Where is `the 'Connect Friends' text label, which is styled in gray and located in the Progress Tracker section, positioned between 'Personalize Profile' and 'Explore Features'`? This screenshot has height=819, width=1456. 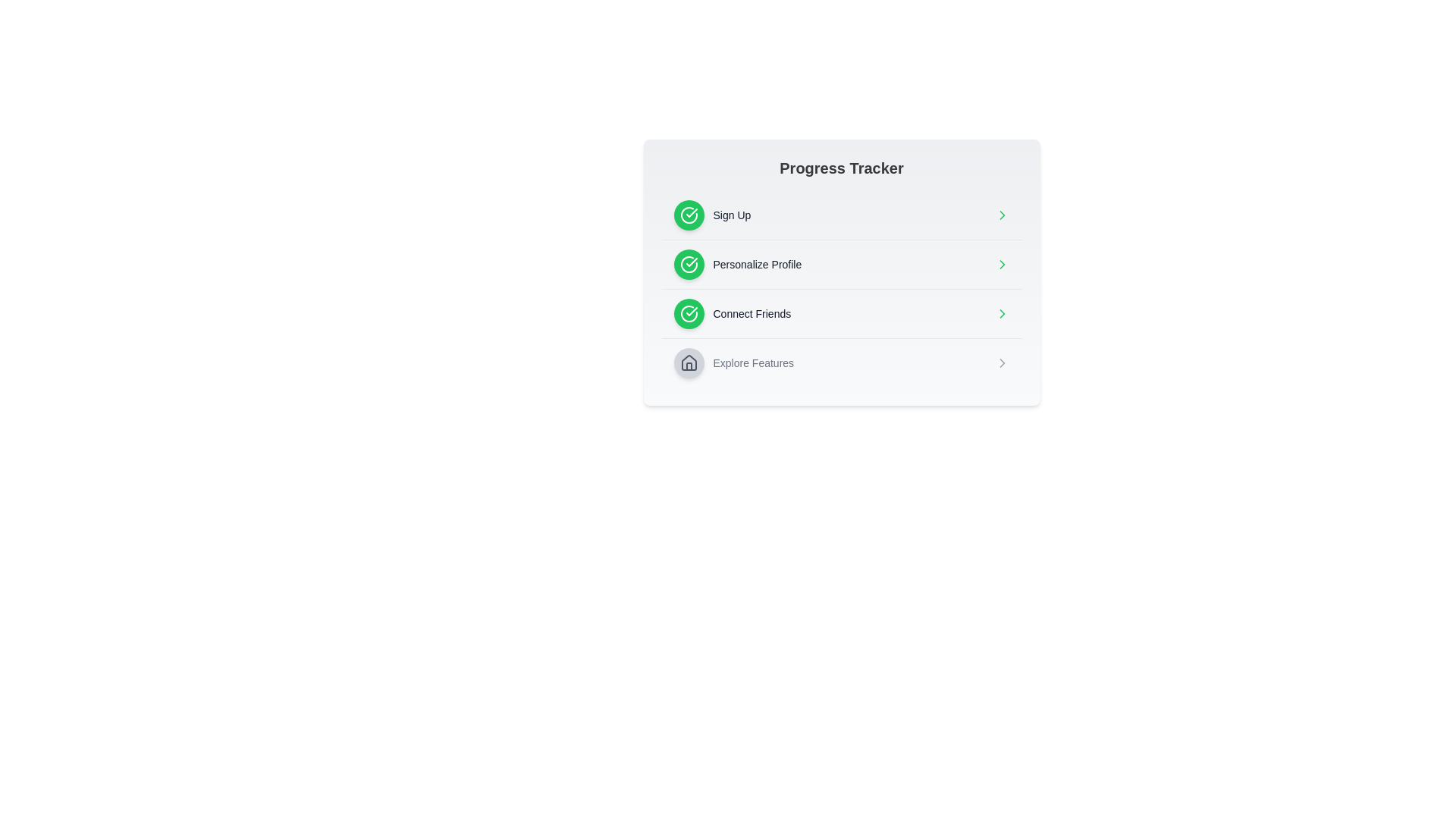 the 'Connect Friends' text label, which is styled in gray and located in the Progress Tracker section, positioned between 'Personalize Profile' and 'Explore Features' is located at coordinates (752, 312).